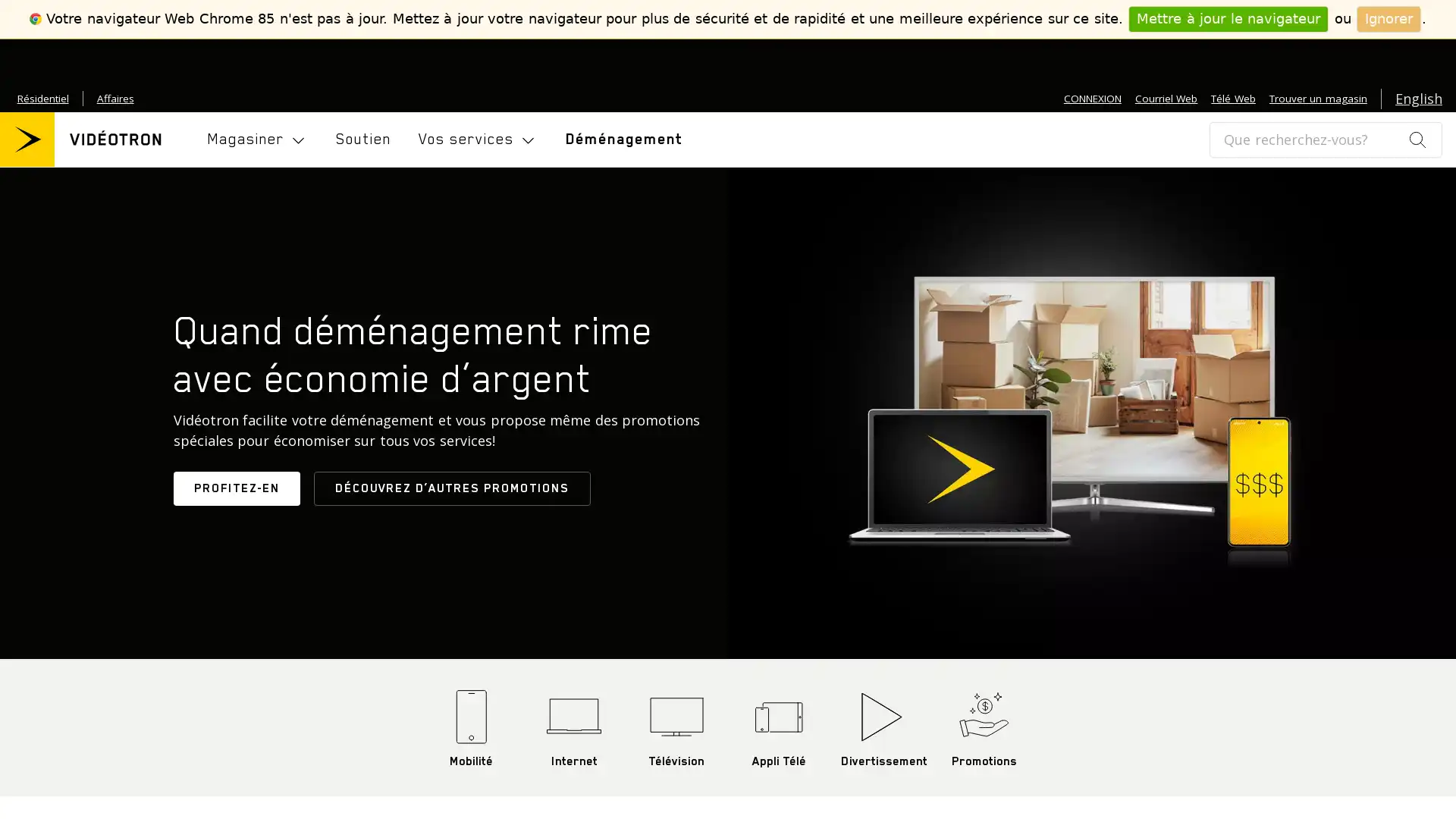 This screenshot has height=819, width=1456. What do you see at coordinates (1416, 139) in the screenshot?
I see `search` at bounding box center [1416, 139].